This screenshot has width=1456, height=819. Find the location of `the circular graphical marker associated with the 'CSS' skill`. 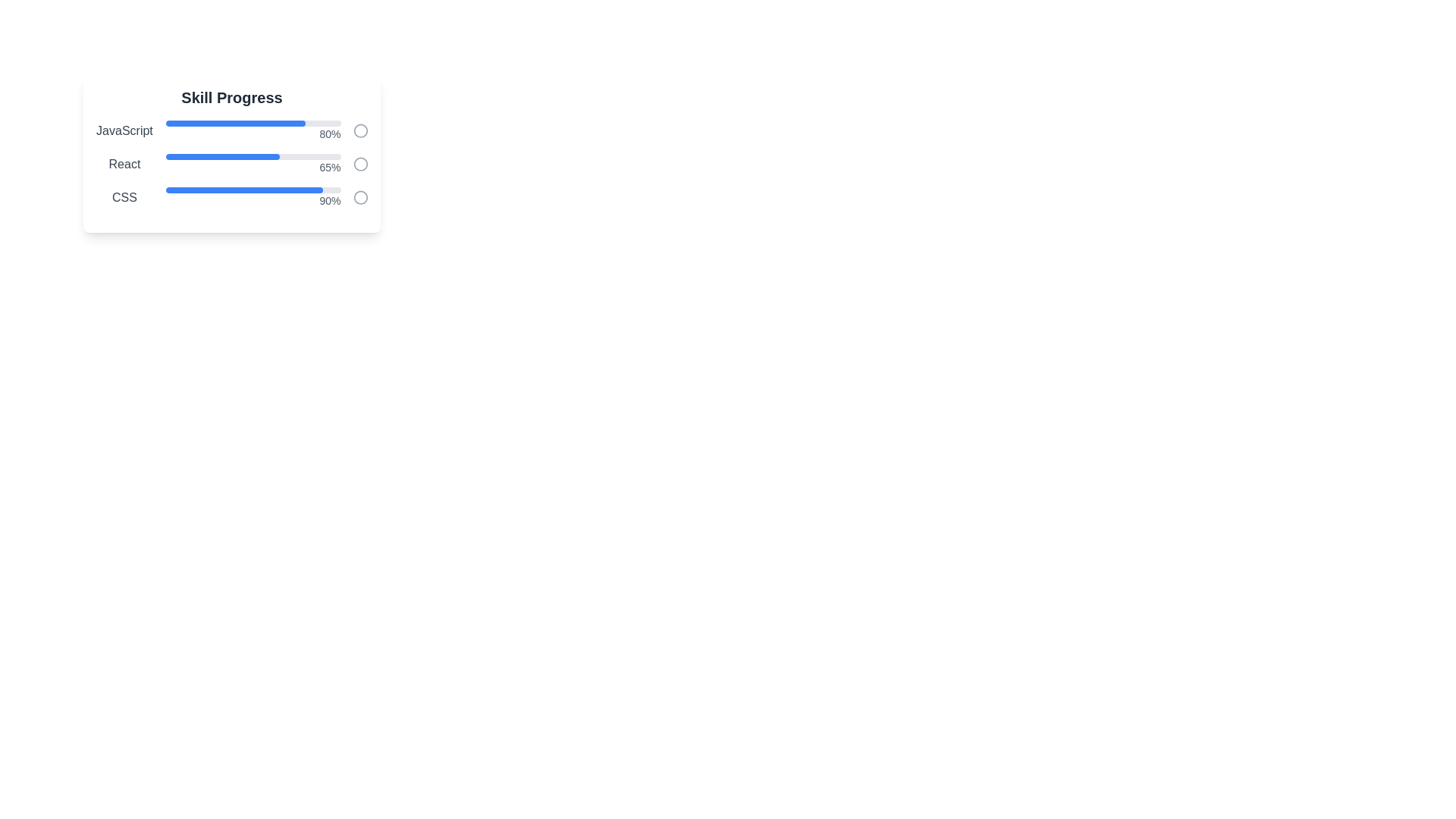

the circular graphical marker associated with the 'CSS' skill is located at coordinates (359, 197).